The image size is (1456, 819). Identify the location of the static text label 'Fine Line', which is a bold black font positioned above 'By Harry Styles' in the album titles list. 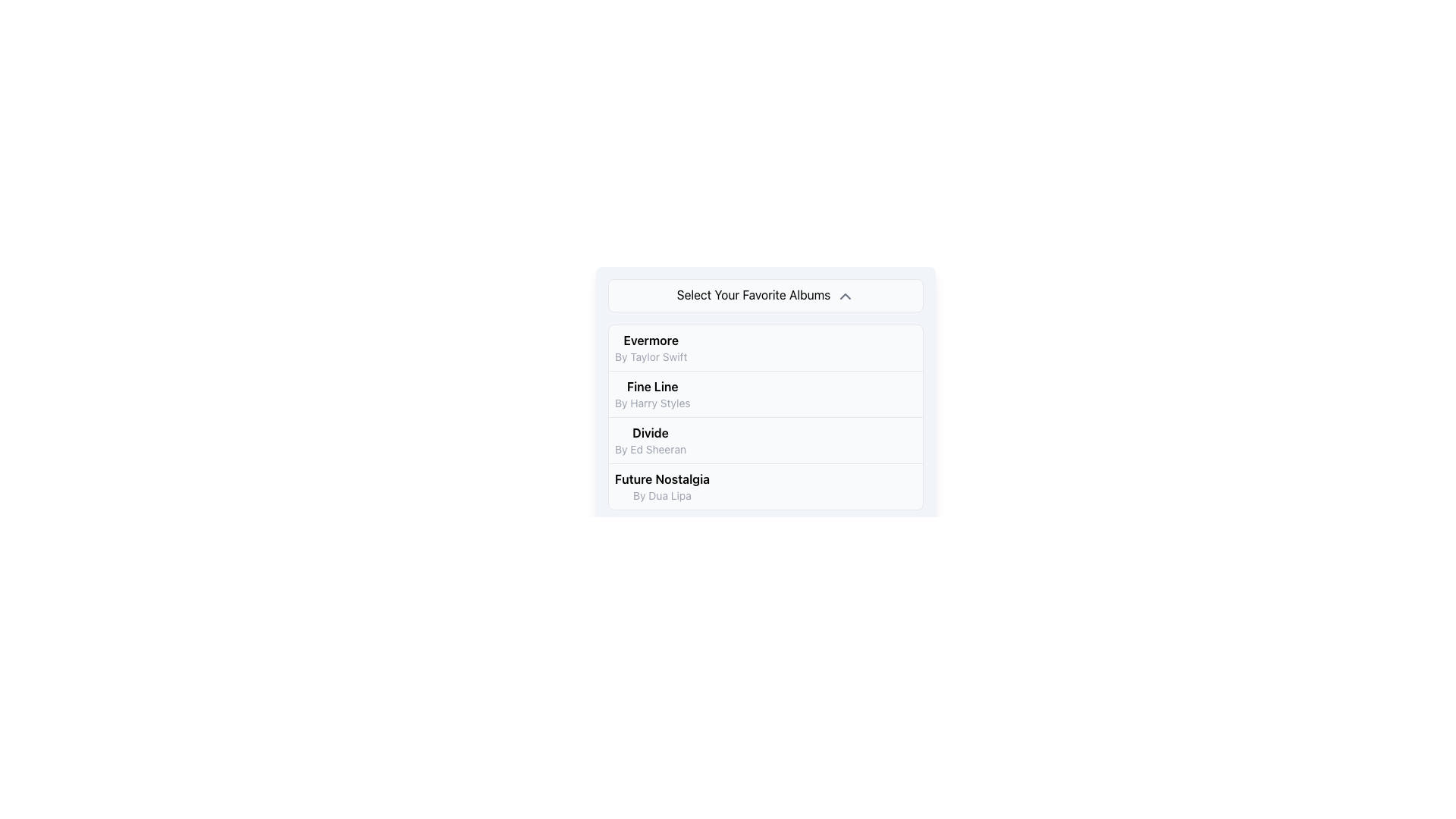
(652, 385).